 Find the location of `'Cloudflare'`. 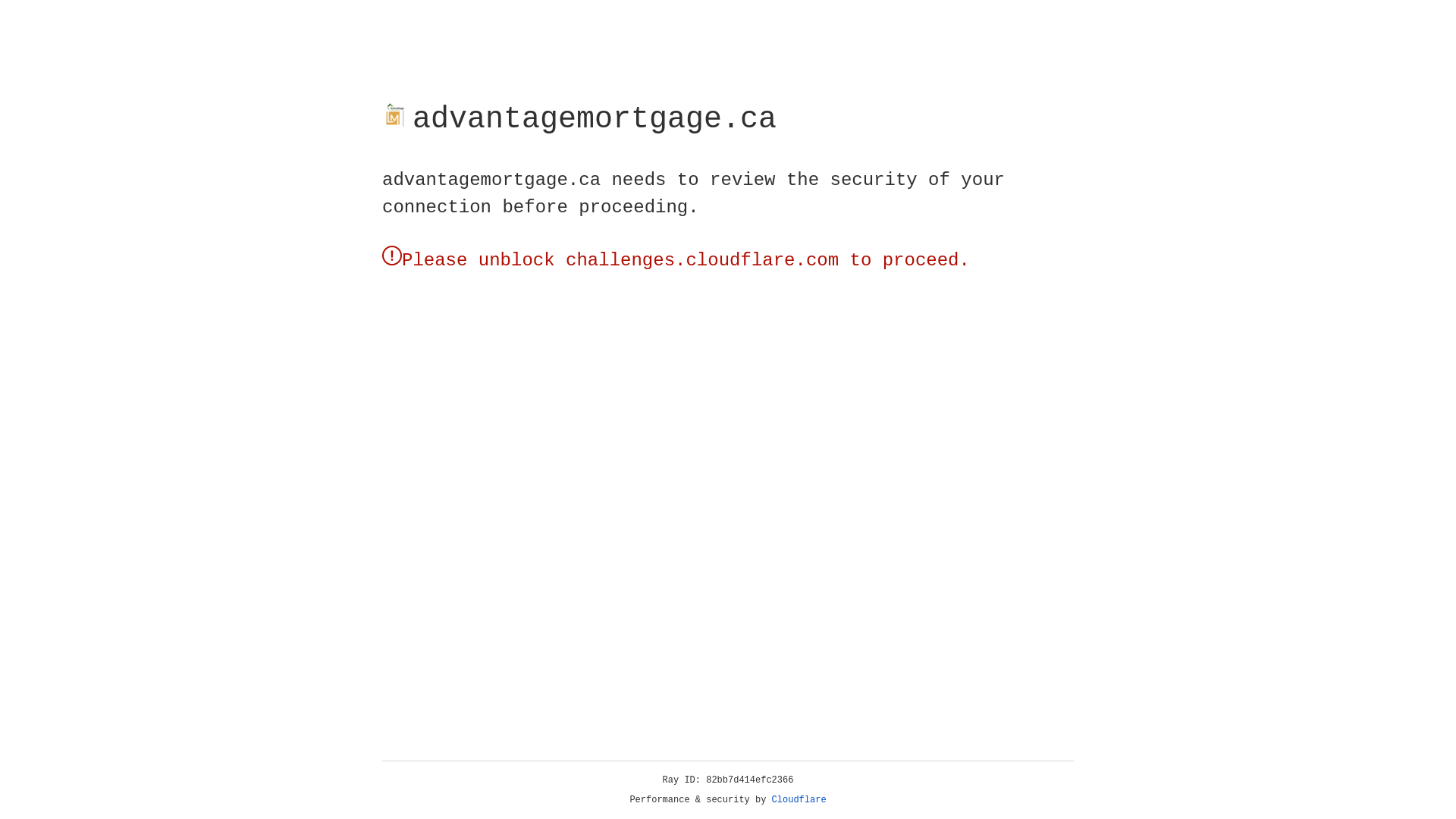

'Cloudflare' is located at coordinates (799, 799).